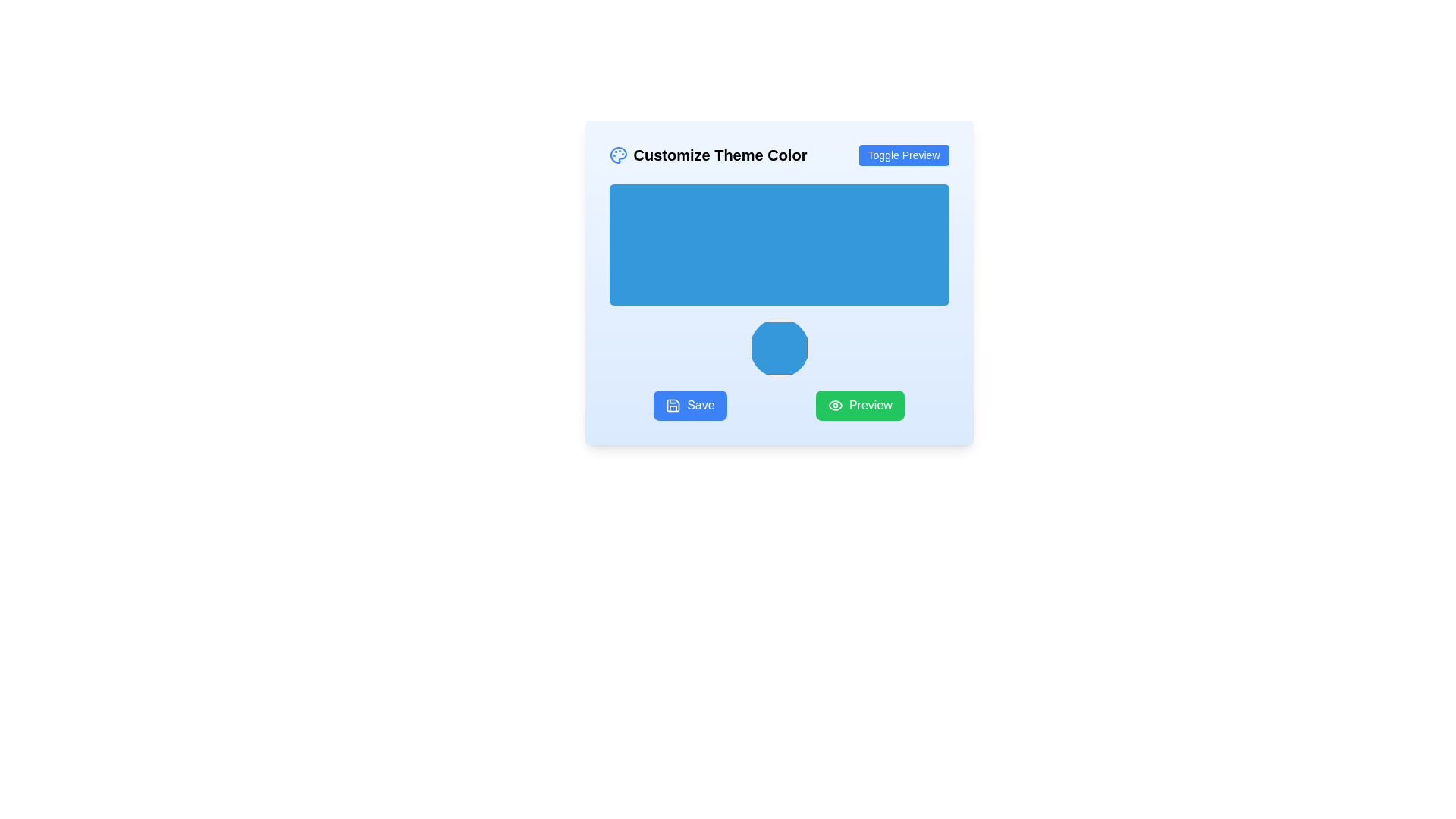  Describe the element at coordinates (903, 155) in the screenshot. I see `the button that toggles the preview feature of the application, located on the right side of the layout adjacent to the title 'Customize Theme Color'` at that location.